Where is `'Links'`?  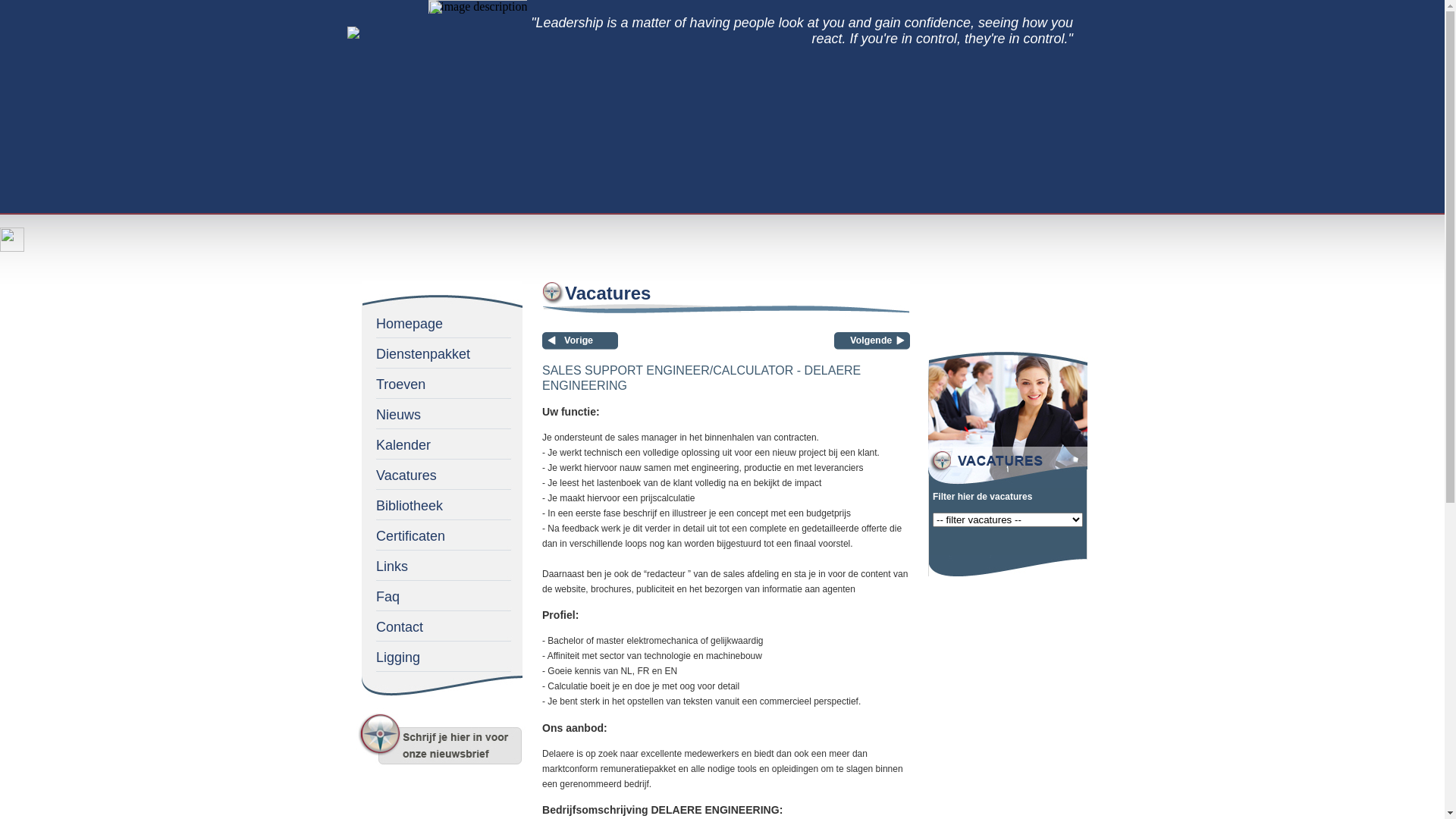
'Links' is located at coordinates (441, 563).